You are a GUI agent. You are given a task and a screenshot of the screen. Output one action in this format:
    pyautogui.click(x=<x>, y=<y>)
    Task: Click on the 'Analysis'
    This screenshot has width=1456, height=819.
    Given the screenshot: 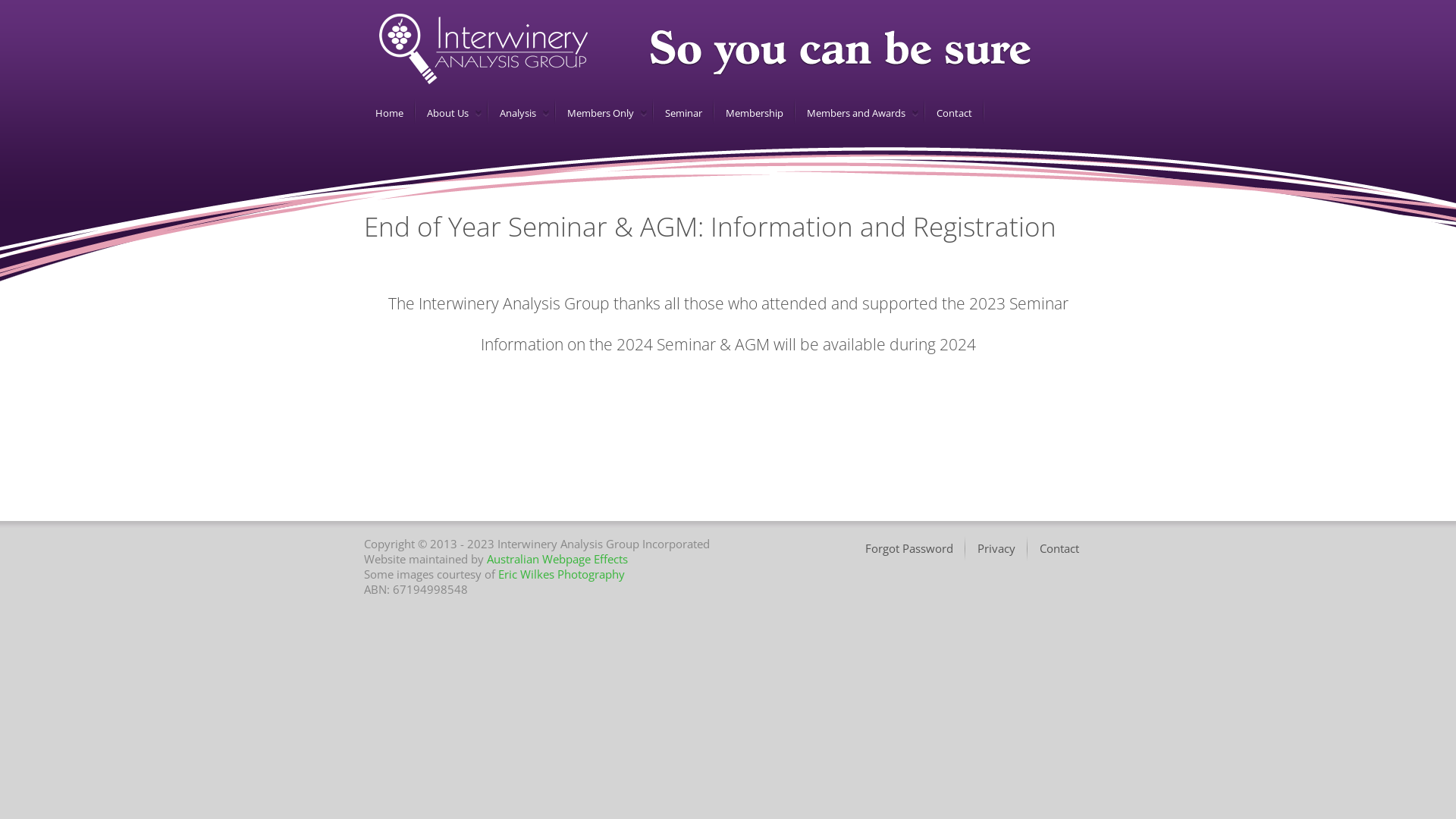 What is the action you would take?
    pyautogui.click(x=488, y=112)
    